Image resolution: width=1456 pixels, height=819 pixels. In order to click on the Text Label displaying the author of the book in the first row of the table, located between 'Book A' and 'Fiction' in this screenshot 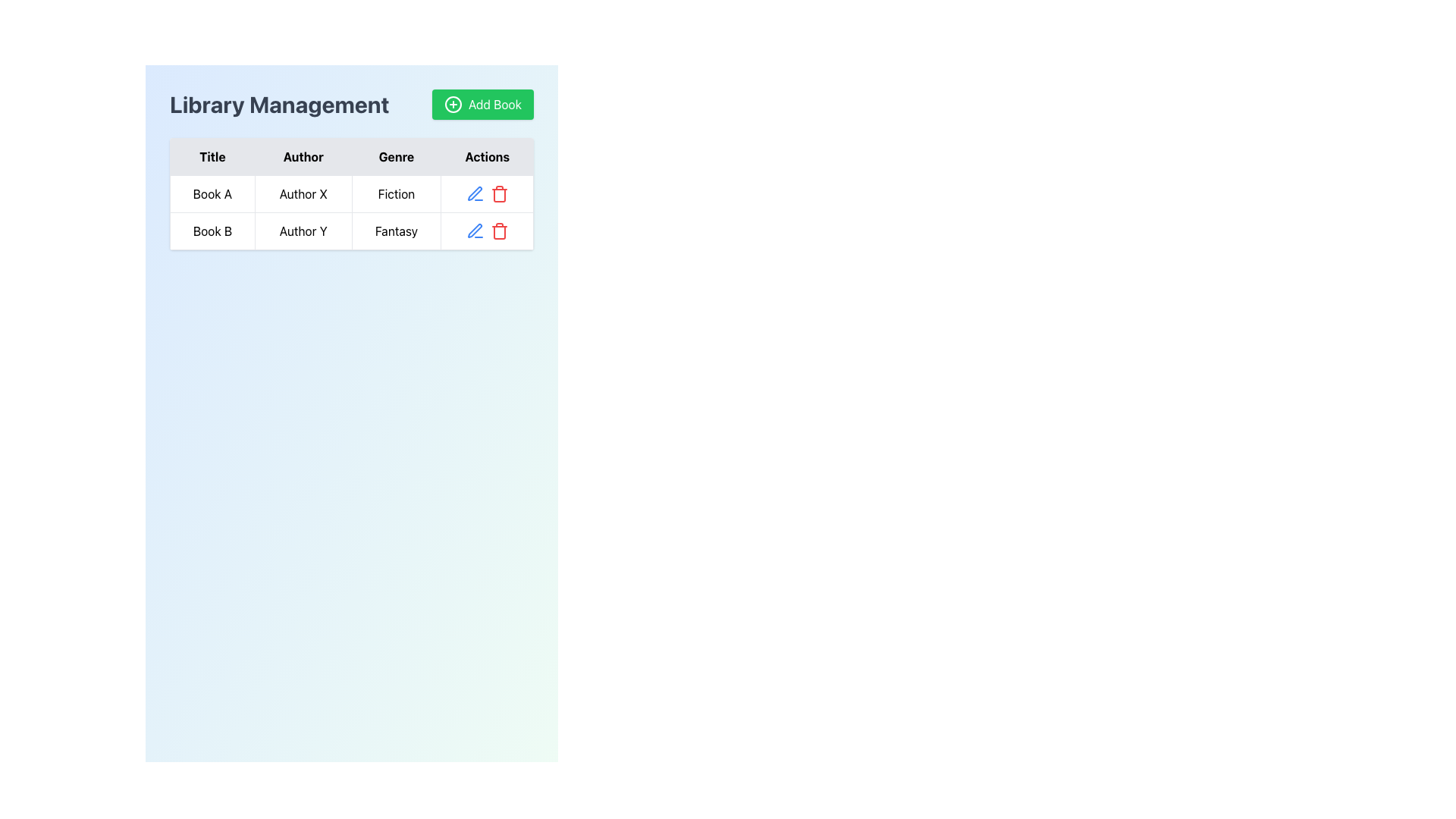, I will do `click(303, 193)`.